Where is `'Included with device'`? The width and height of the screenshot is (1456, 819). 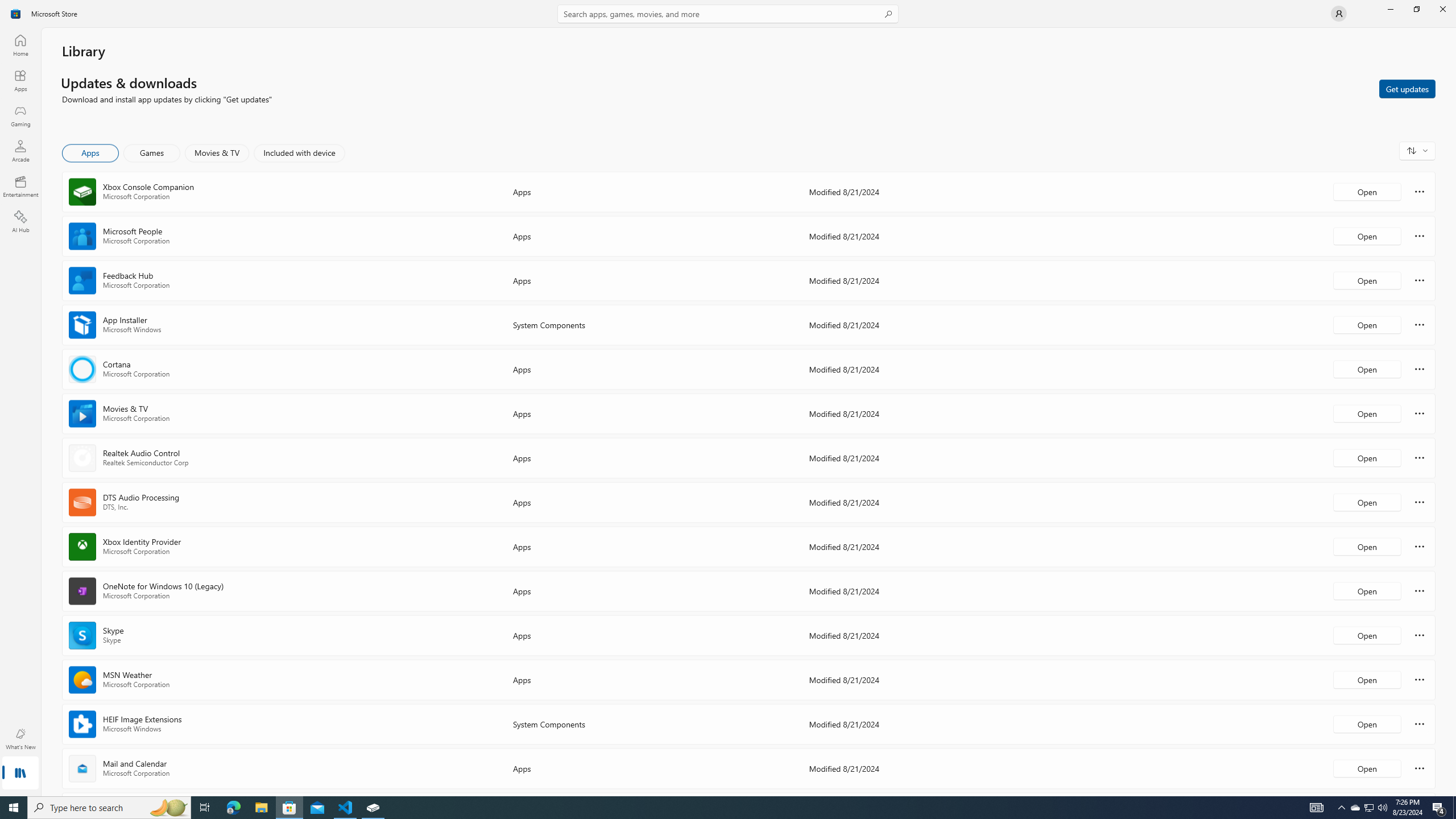 'Included with device' is located at coordinates (299, 152).